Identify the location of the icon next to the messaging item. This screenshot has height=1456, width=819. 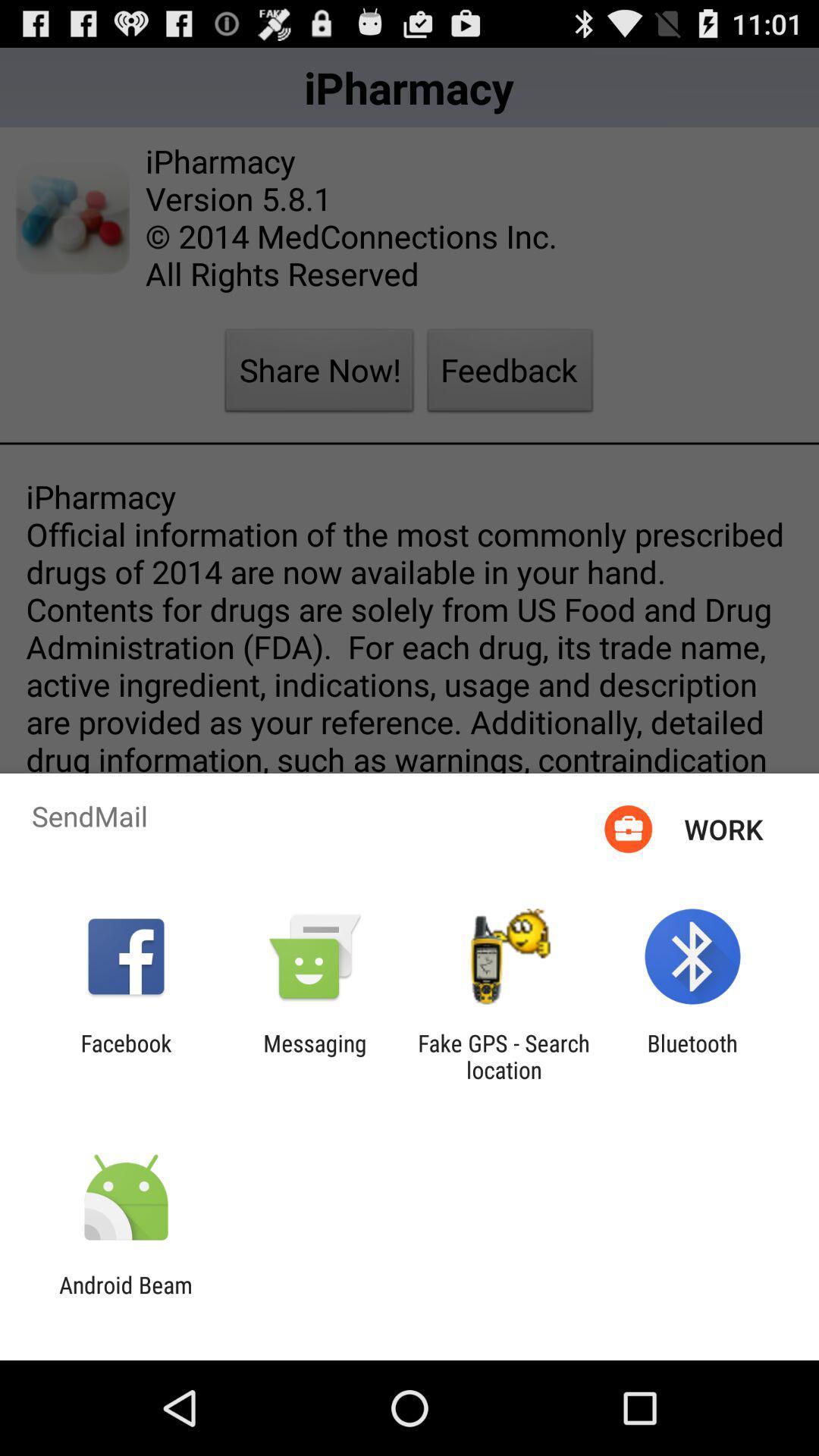
(504, 1056).